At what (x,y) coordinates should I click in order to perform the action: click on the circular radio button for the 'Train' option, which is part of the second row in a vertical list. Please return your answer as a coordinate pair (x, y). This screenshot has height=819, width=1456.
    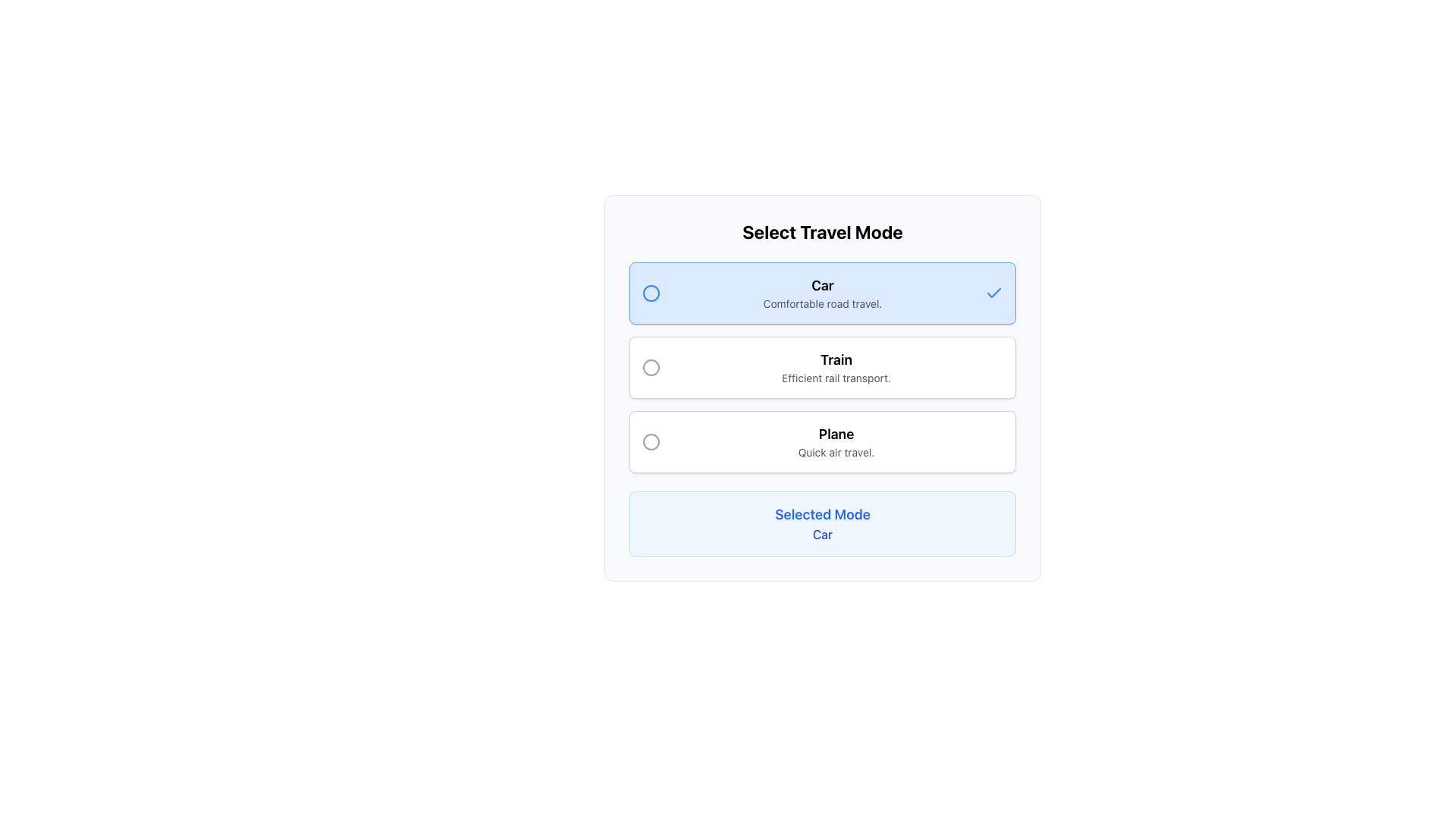
    Looking at the image, I should click on (651, 368).